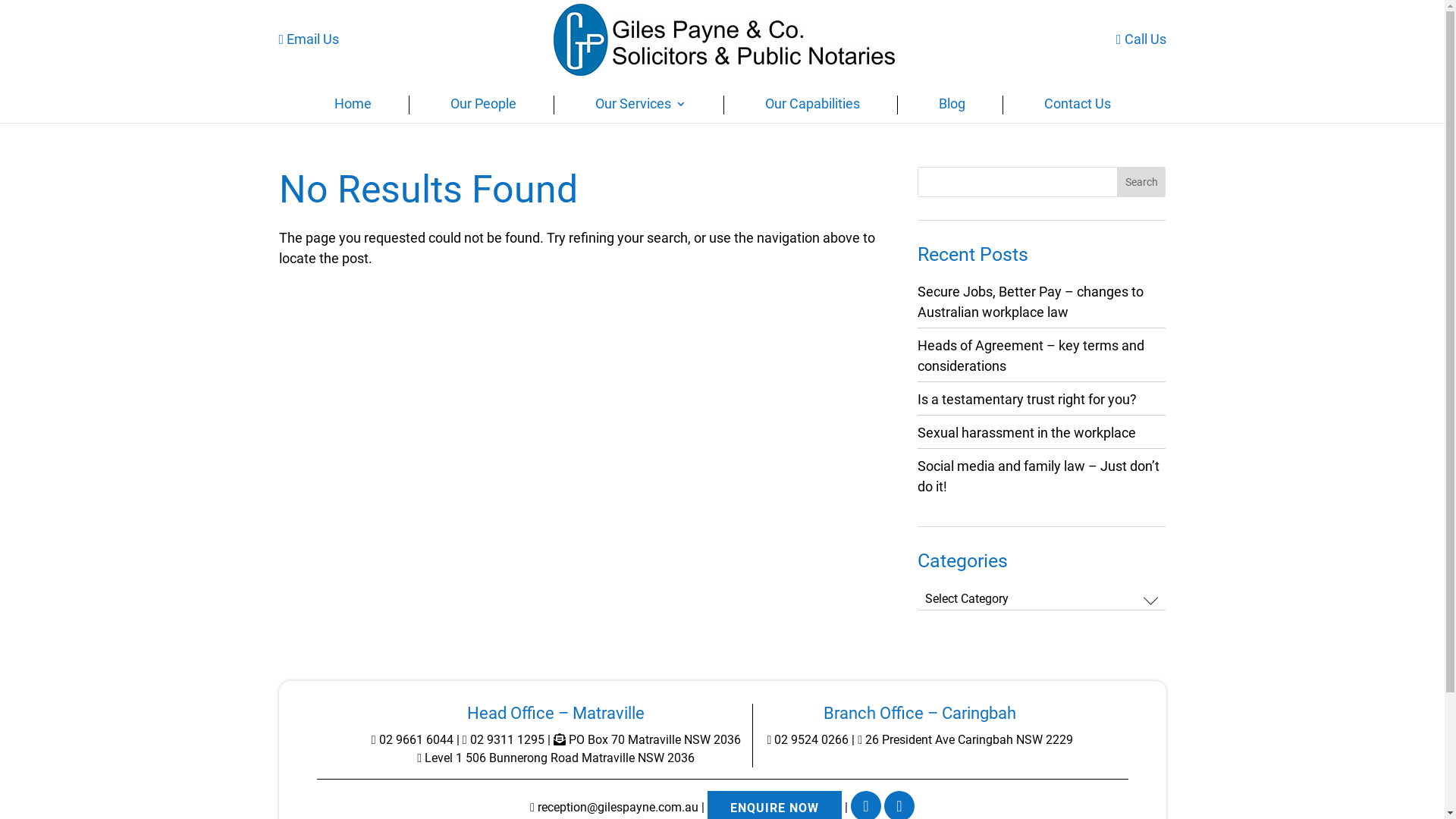  Describe the element at coordinates (1141, 38) in the screenshot. I see `'Call Us'` at that location.